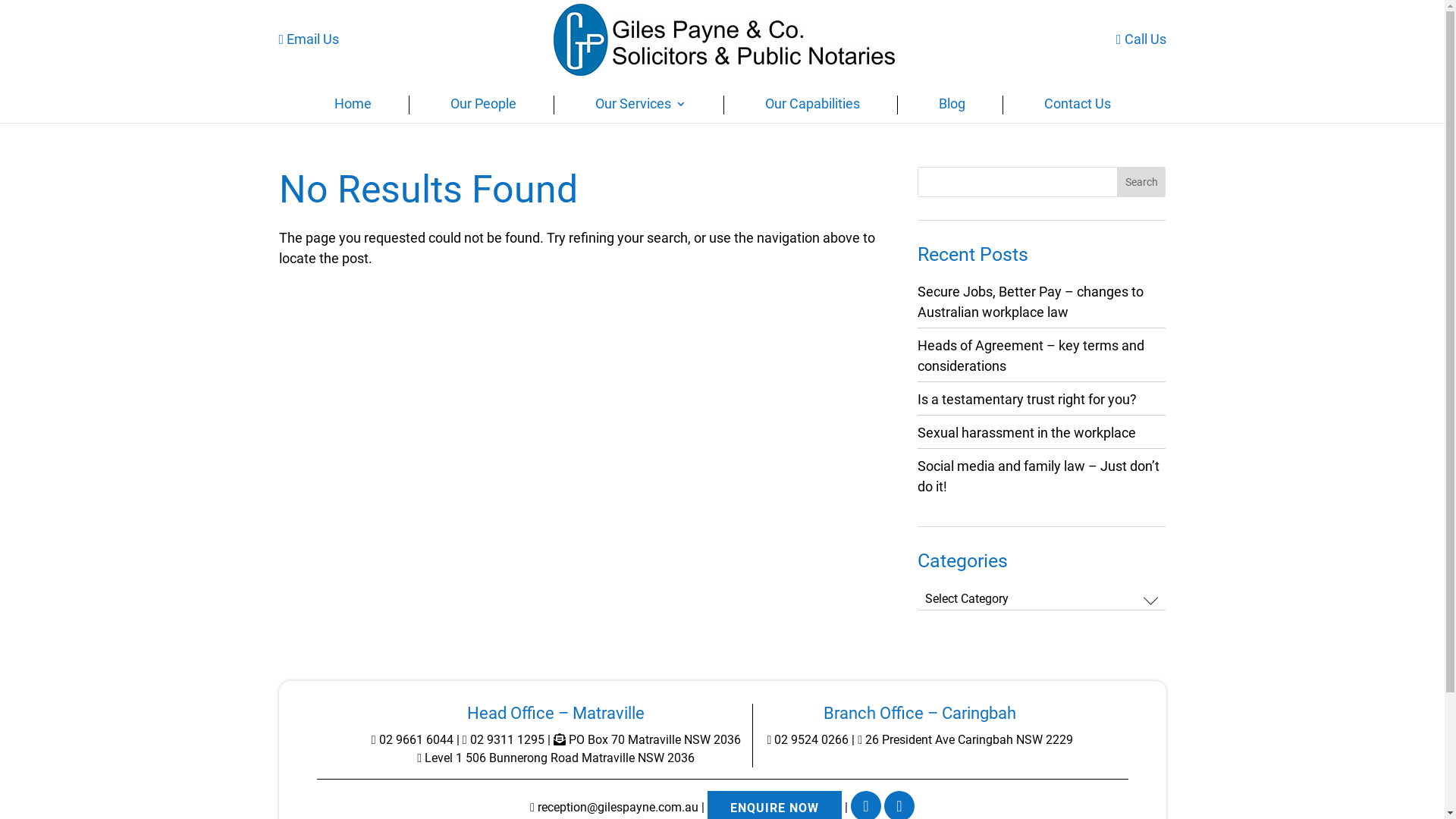  Describe the element at coordinates (1141, 38) in the screenshot. I see `'Call Us'` at that location.